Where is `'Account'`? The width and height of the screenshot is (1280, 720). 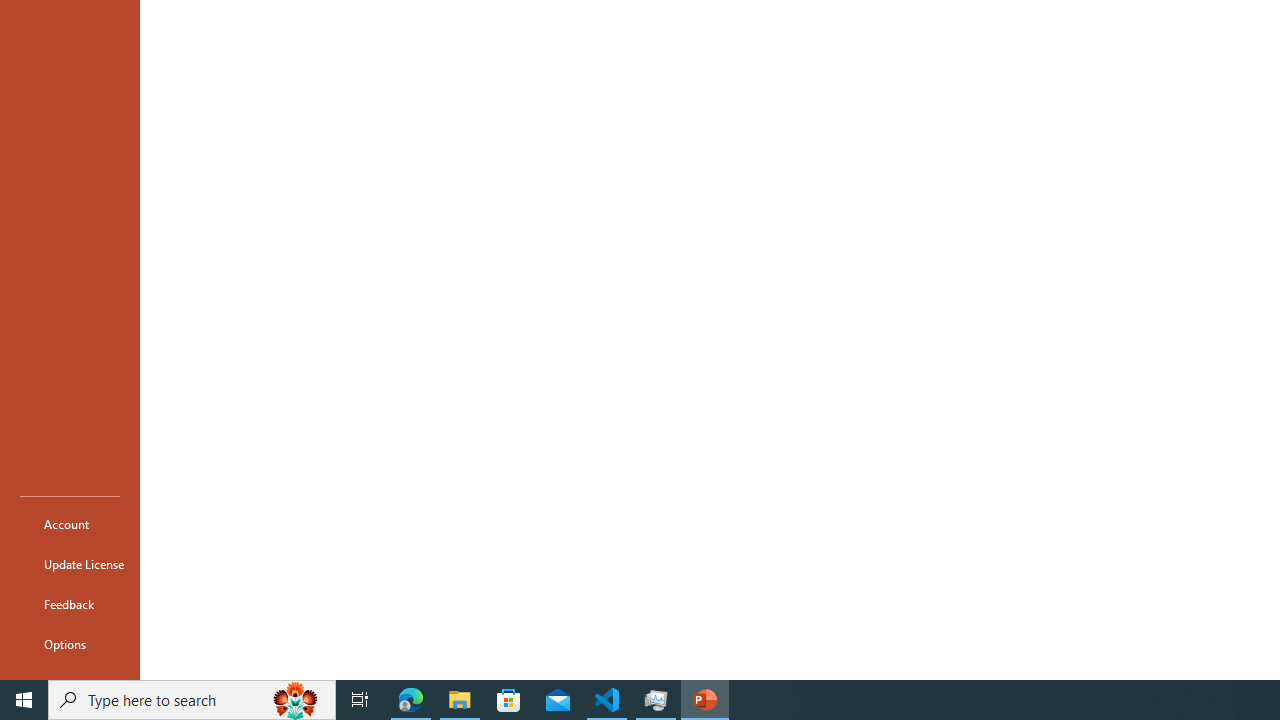 'Account' is located at coordinates (69, 523).